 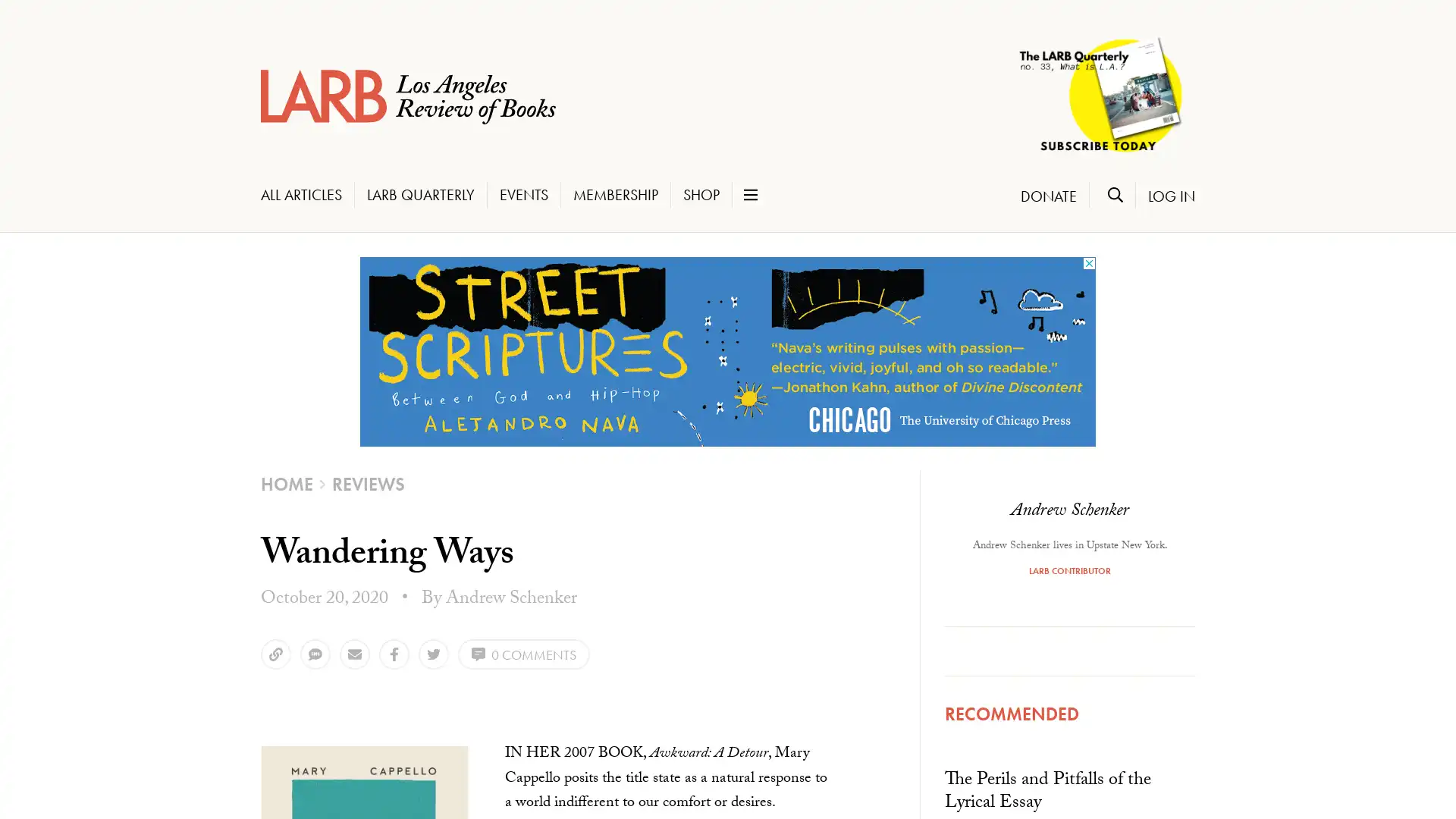 I want to click on Sign Up, so click(x=75, y=722).